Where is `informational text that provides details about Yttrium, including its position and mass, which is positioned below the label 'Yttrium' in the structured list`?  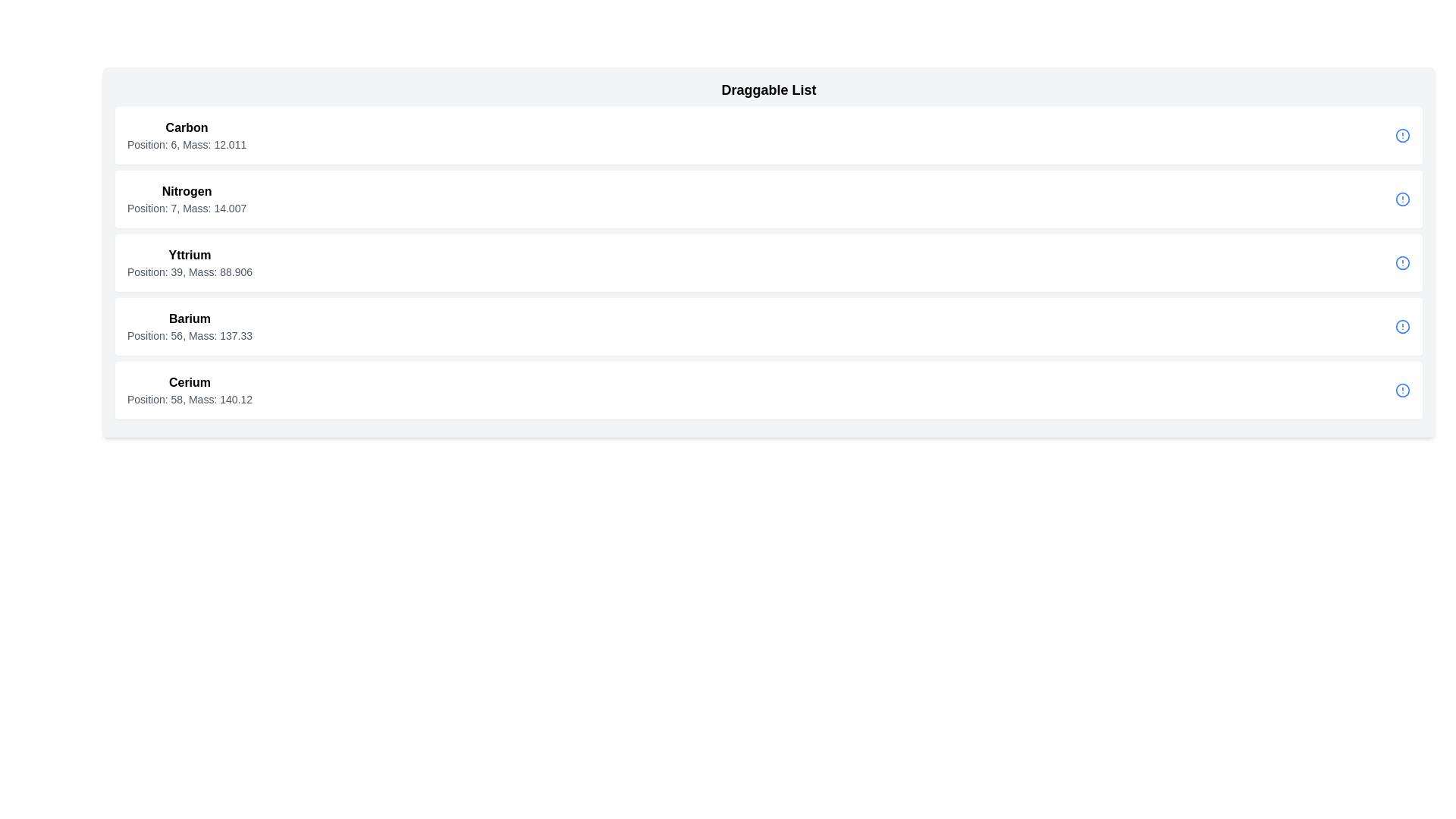
informational text that provides details about Yttrium, including its position and mass, which is positioned below the label 'Yttrium' in the structured list is located at coordinates (189, 271).